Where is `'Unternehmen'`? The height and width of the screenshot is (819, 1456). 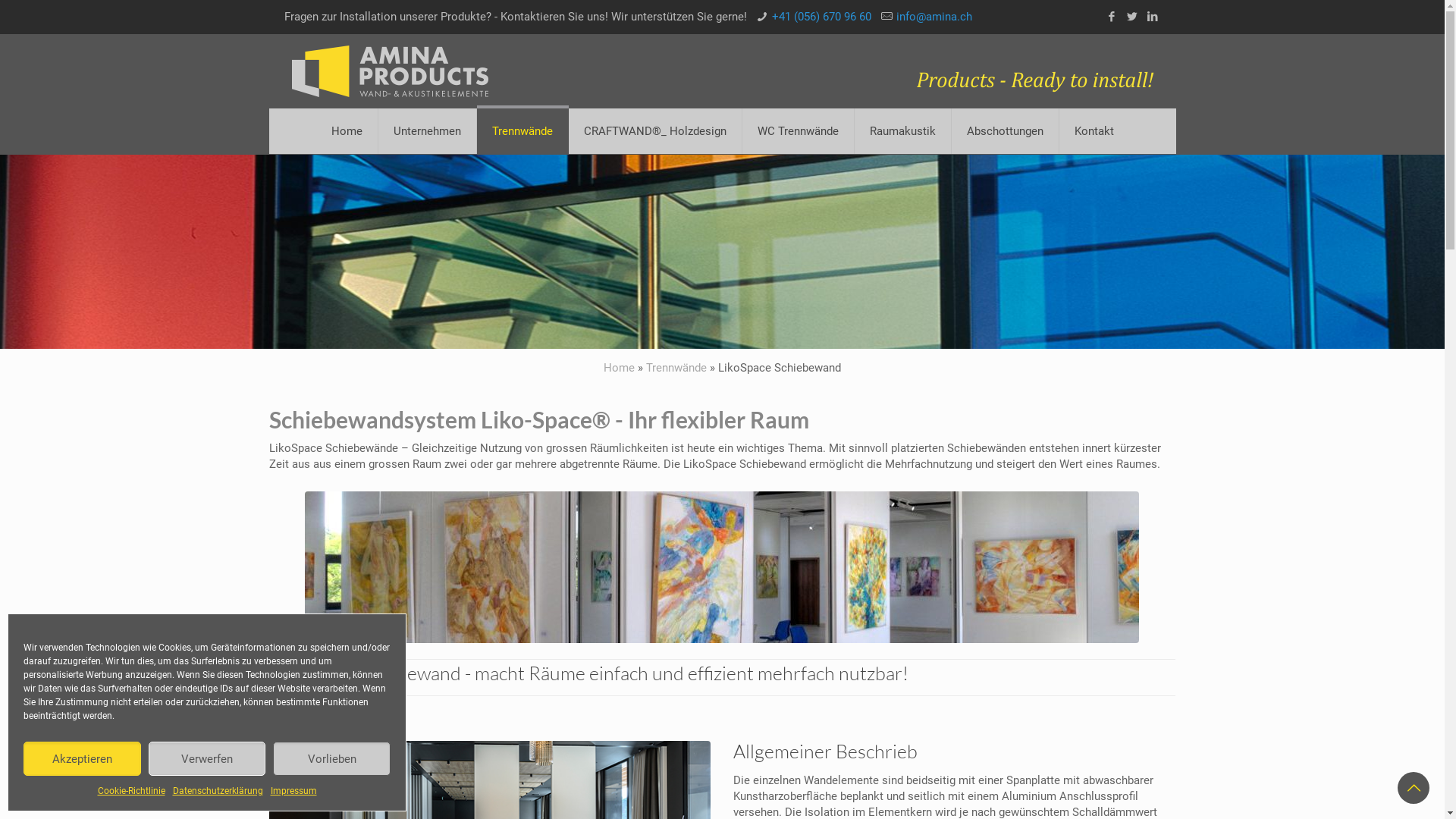 'Unternehmen' is located at coordinates (425, 130).